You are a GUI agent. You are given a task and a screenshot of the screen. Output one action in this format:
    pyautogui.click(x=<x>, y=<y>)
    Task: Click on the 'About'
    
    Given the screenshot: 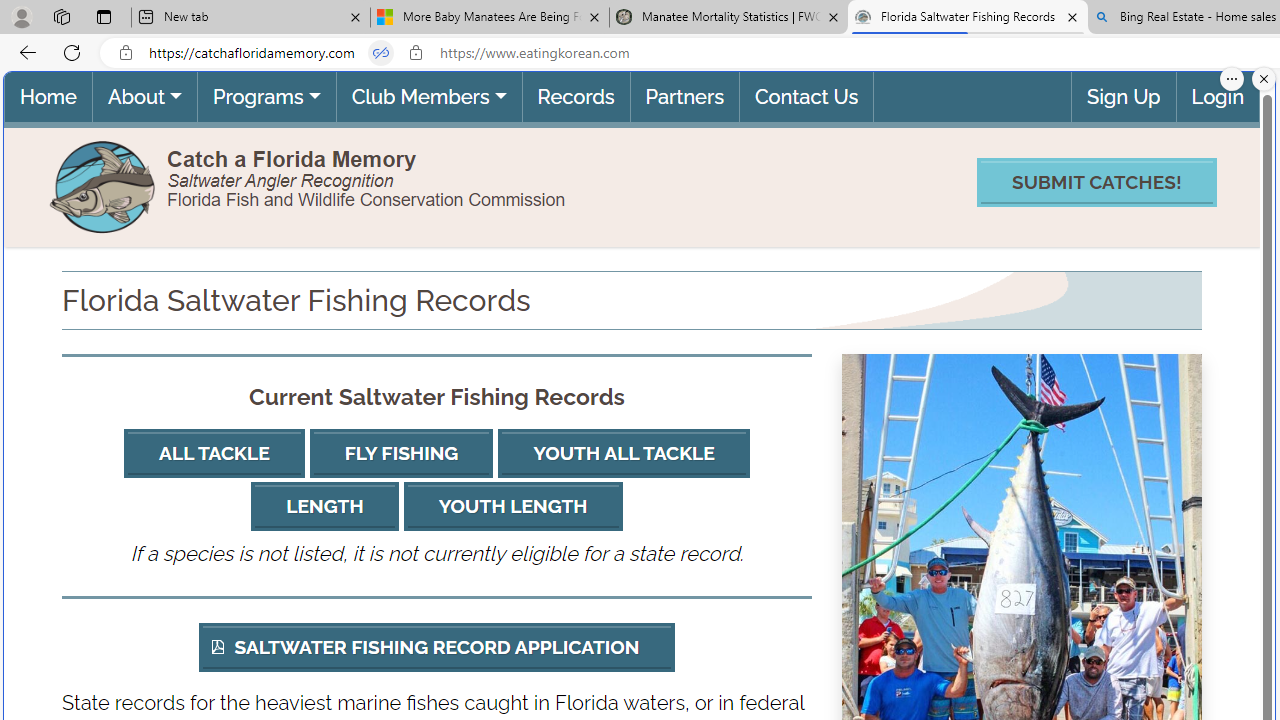 What is the action you would take?
    pyautogui.click(x=143, y=96)
    